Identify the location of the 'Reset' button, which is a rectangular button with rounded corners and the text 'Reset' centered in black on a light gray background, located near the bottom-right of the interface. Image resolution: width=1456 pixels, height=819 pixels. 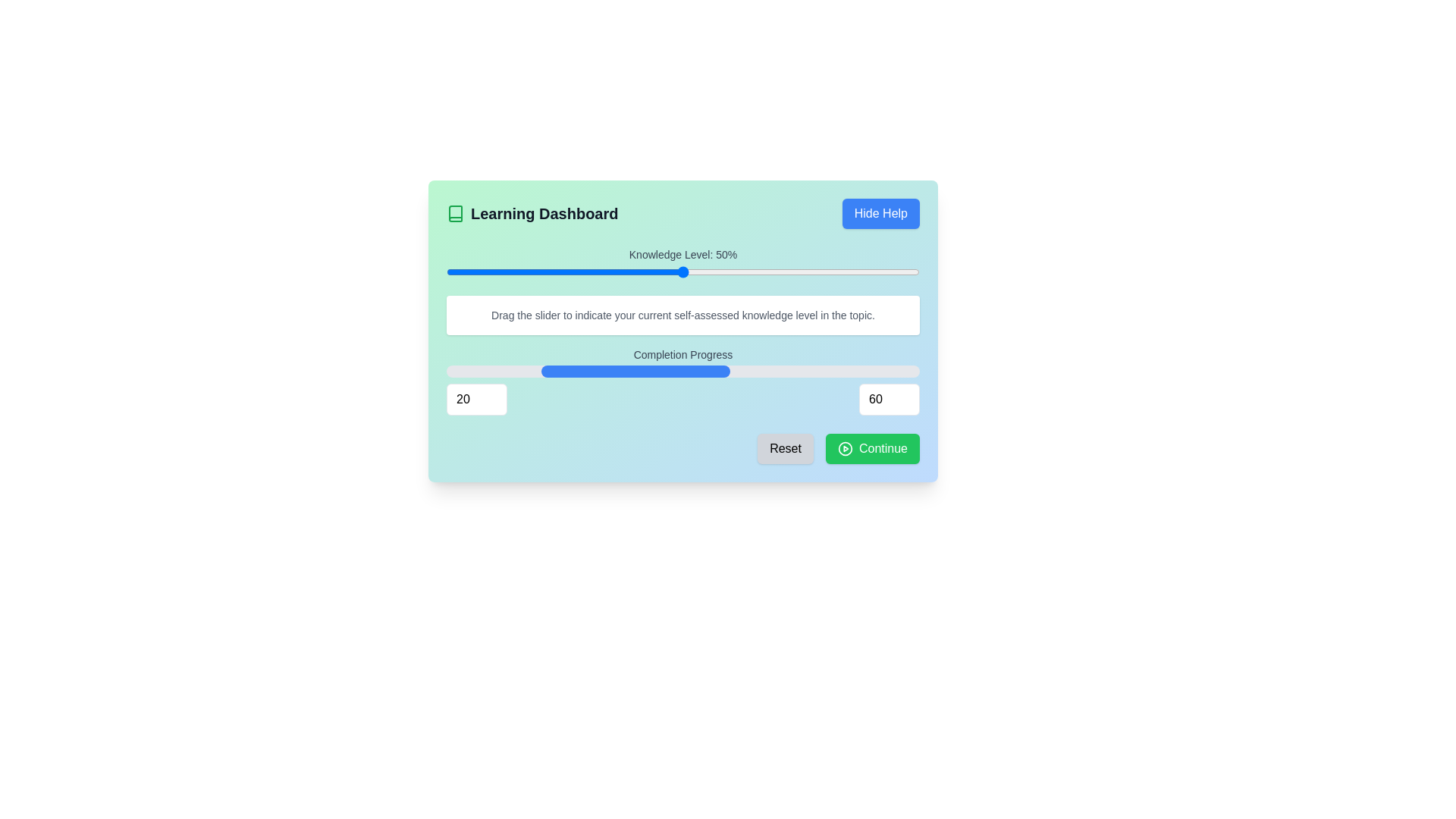
(786, 447).